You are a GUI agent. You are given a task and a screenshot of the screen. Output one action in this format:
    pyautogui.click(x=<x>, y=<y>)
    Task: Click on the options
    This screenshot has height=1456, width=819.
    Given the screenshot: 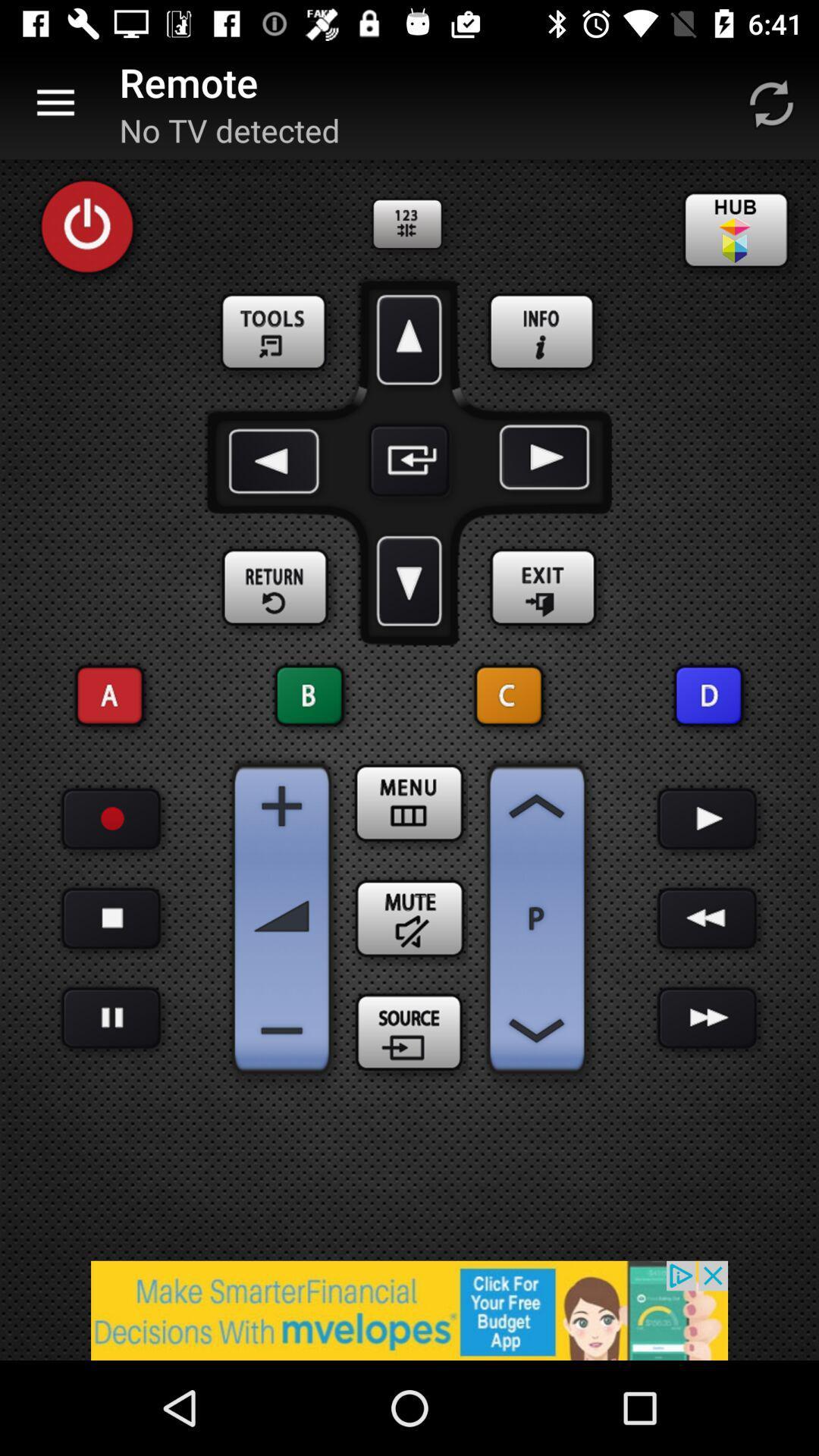 What is the action you would take?
    pyautogui.click(x=275, y=332)
    